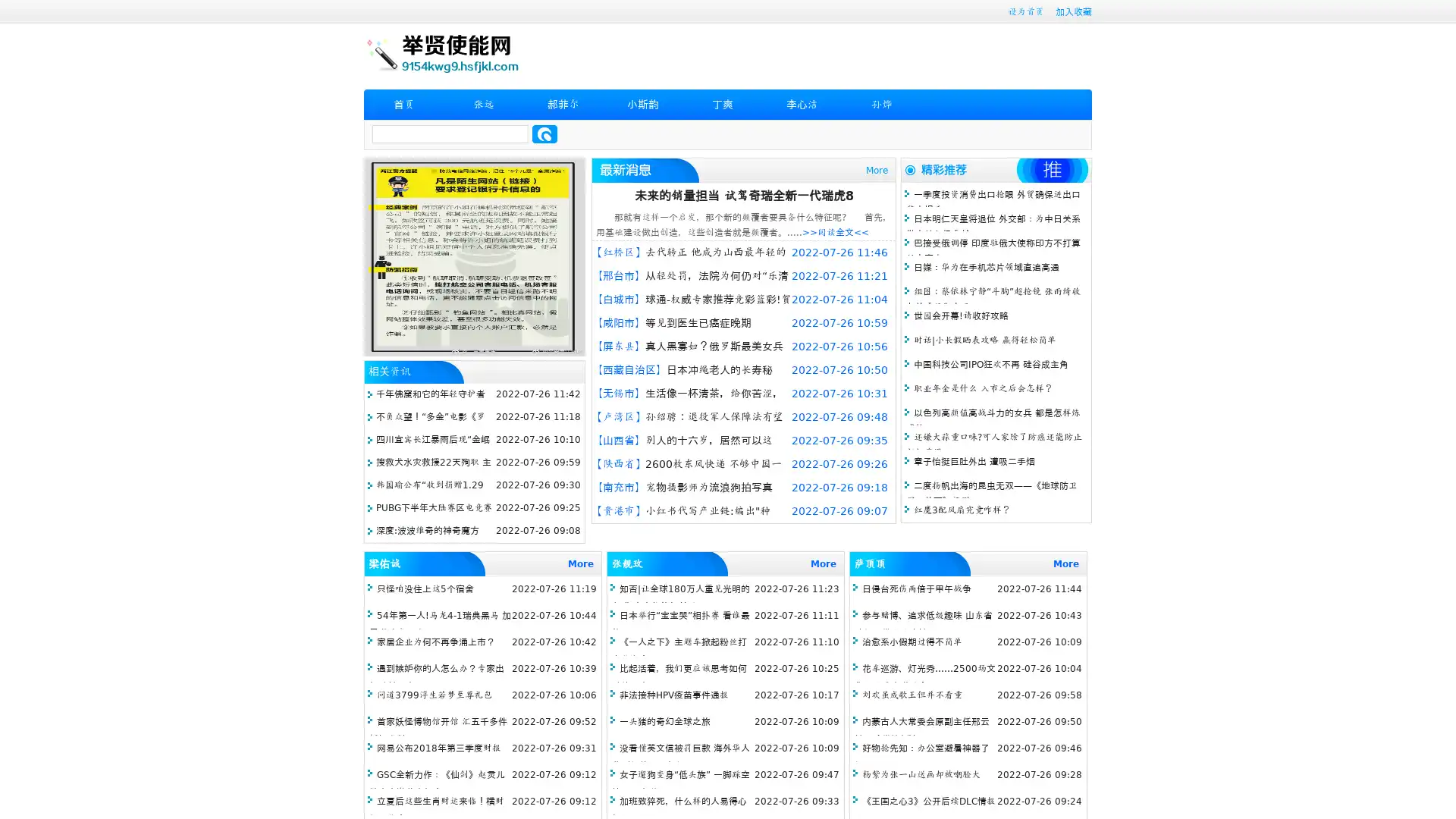 The image size is (1456, 819). I want to click on Search, so click(544, 133).